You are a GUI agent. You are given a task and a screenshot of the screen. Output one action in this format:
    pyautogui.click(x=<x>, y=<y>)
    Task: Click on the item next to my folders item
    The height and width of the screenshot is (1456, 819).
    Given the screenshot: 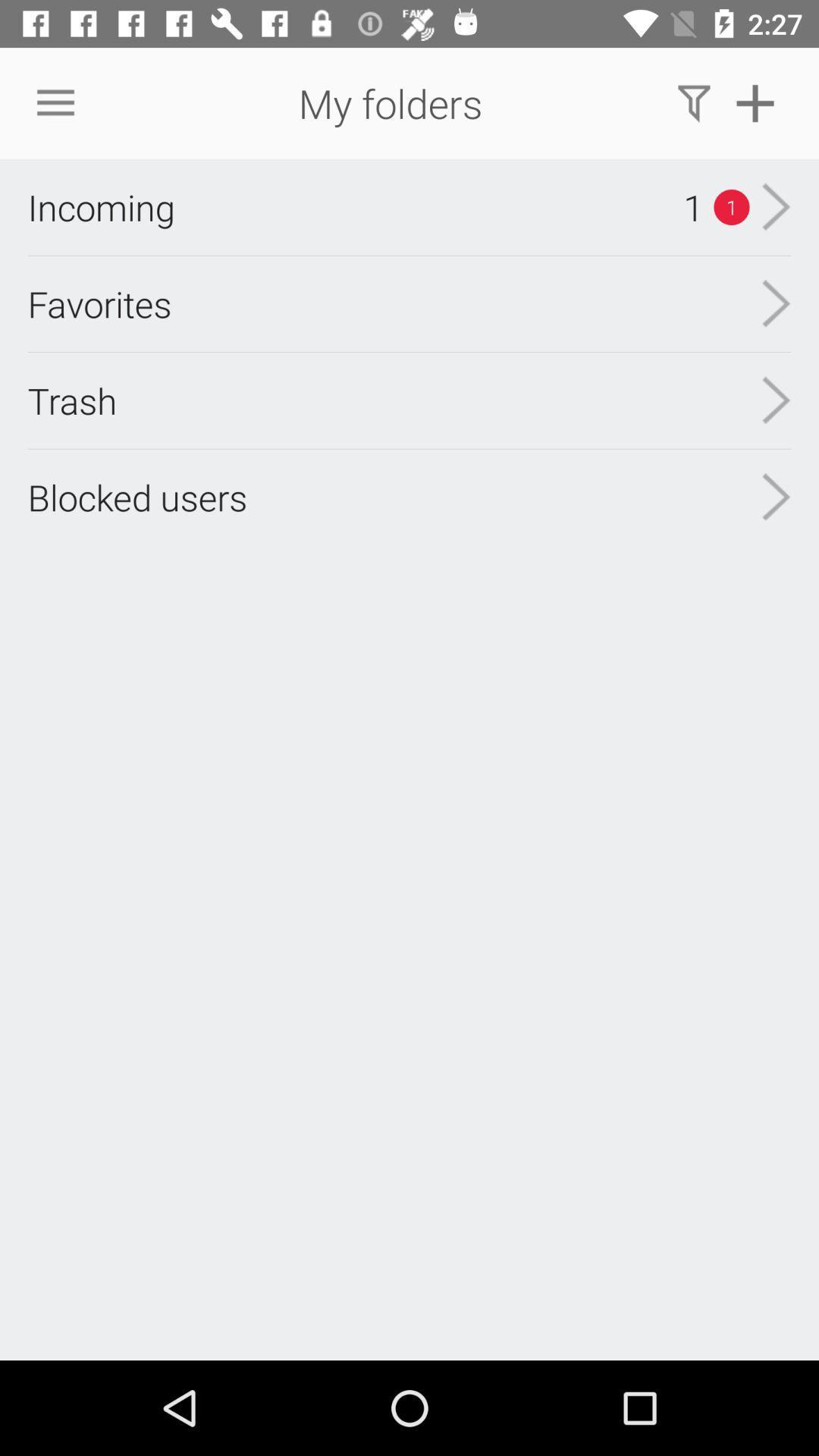 What is the action you would take?
    pyautogui.click(x=55, y=102)
    